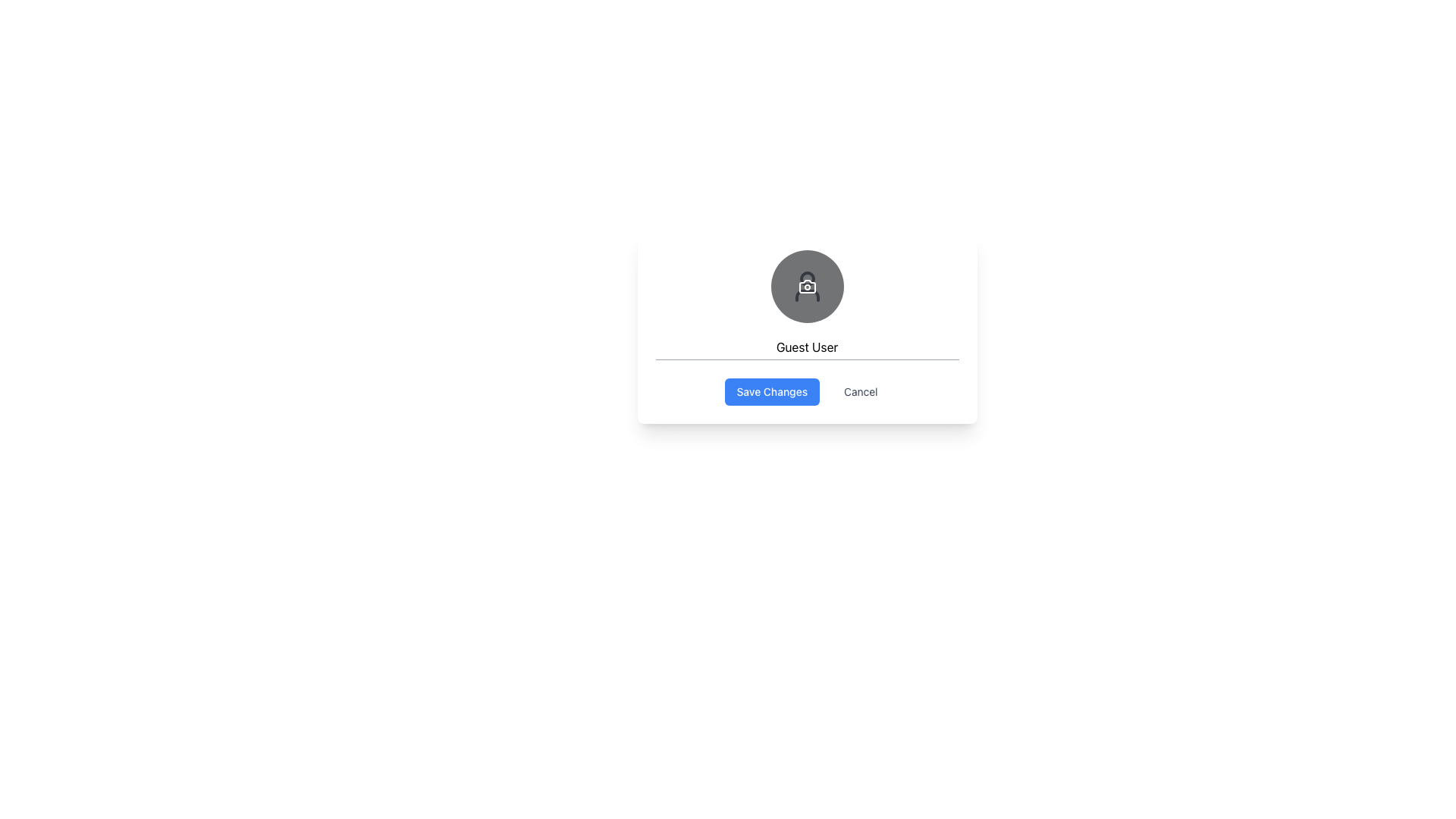 This screenshot has height=819, width=1456. I want to click on the camera icon located at the center of the circular user avatar placeholder, which is situated above the text 'Guest User', to potentially see a tooltip or additional options, so click(806, 287).